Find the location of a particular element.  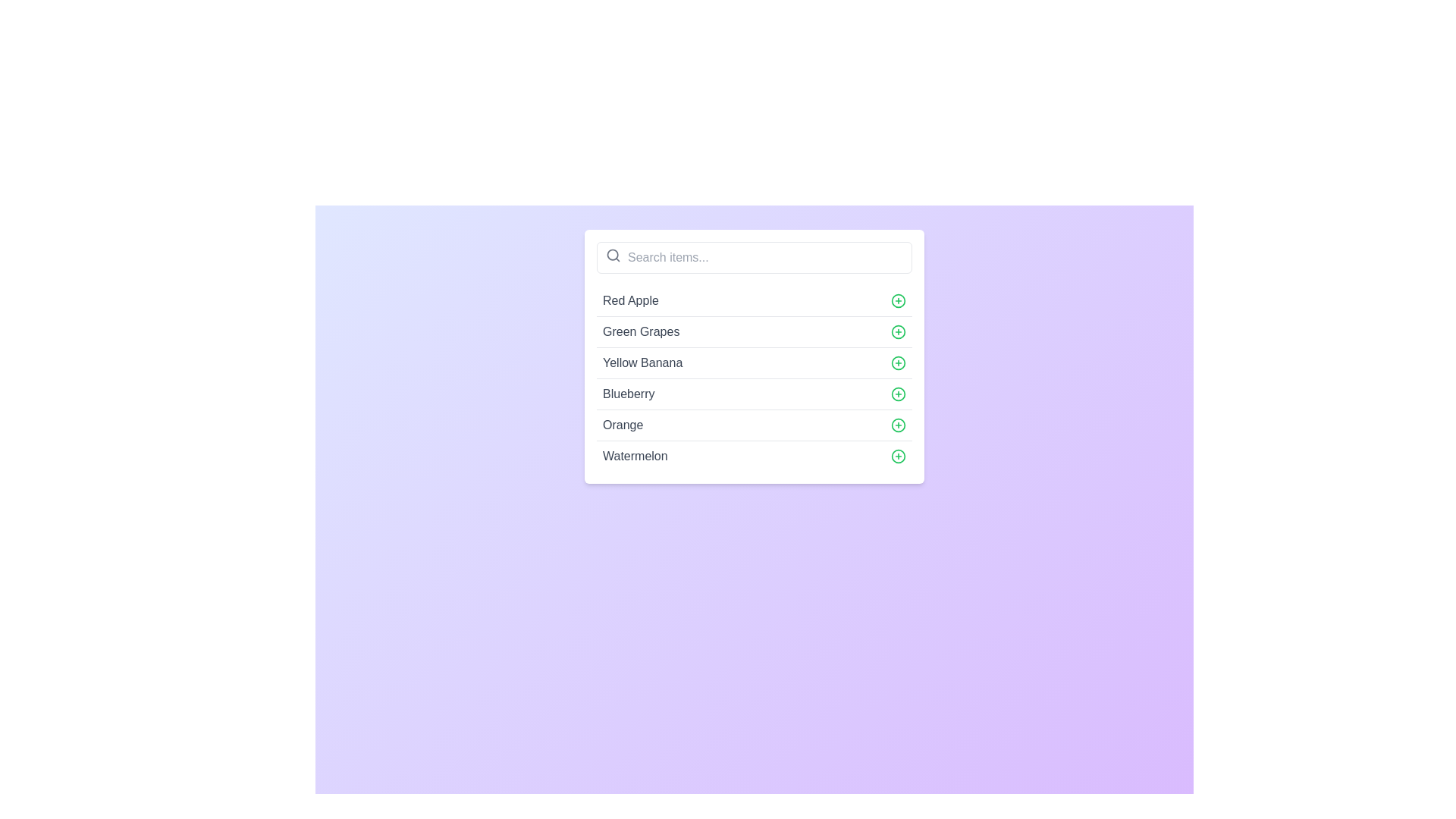

the fourth item is located at coordinates (754, 393).